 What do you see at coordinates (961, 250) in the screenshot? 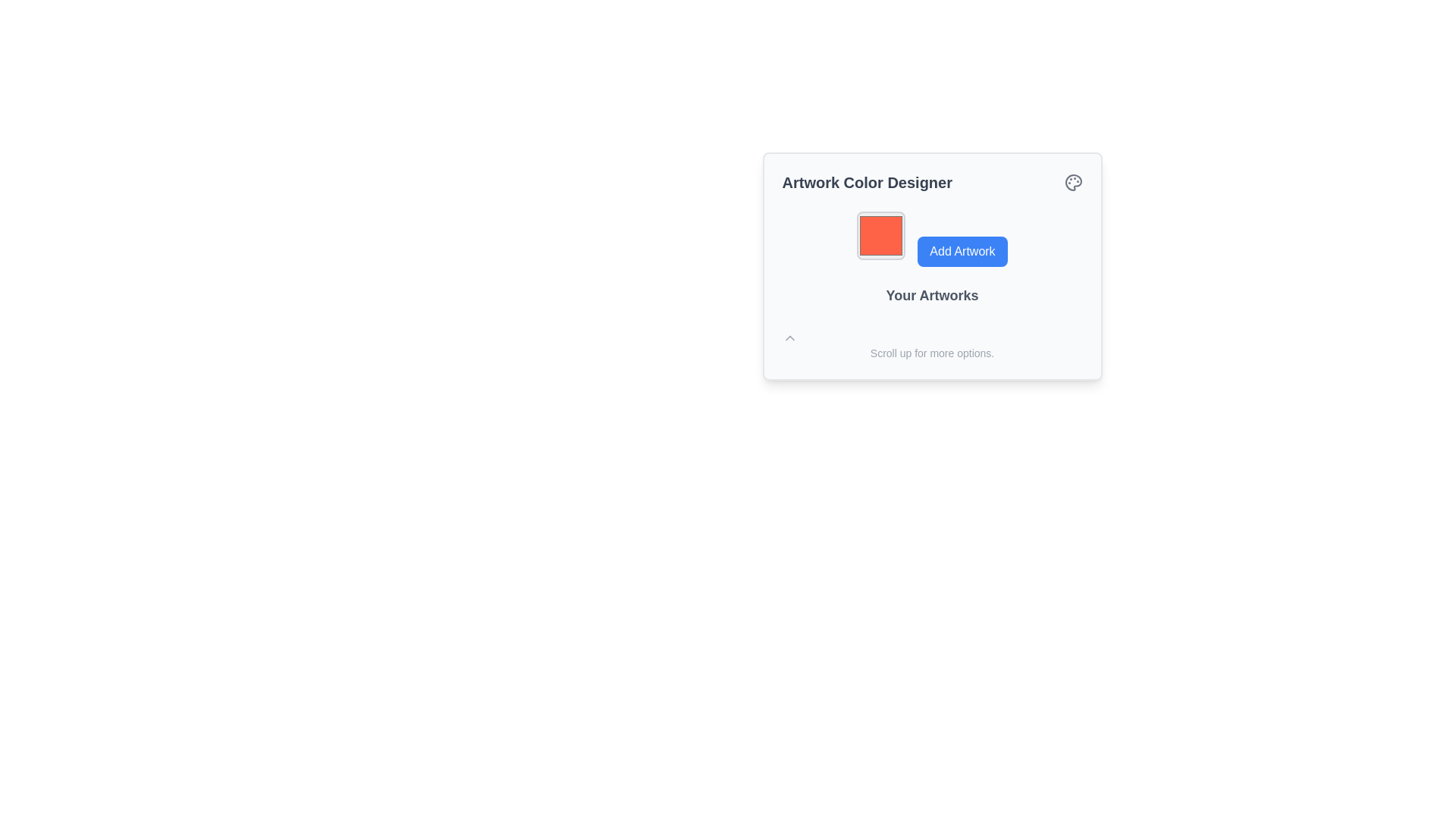
I see `the 'Add Artwork' button located to the right of the color picker box in the 'Artwork Color Designer' card interface` at bounding box center [961, 250].